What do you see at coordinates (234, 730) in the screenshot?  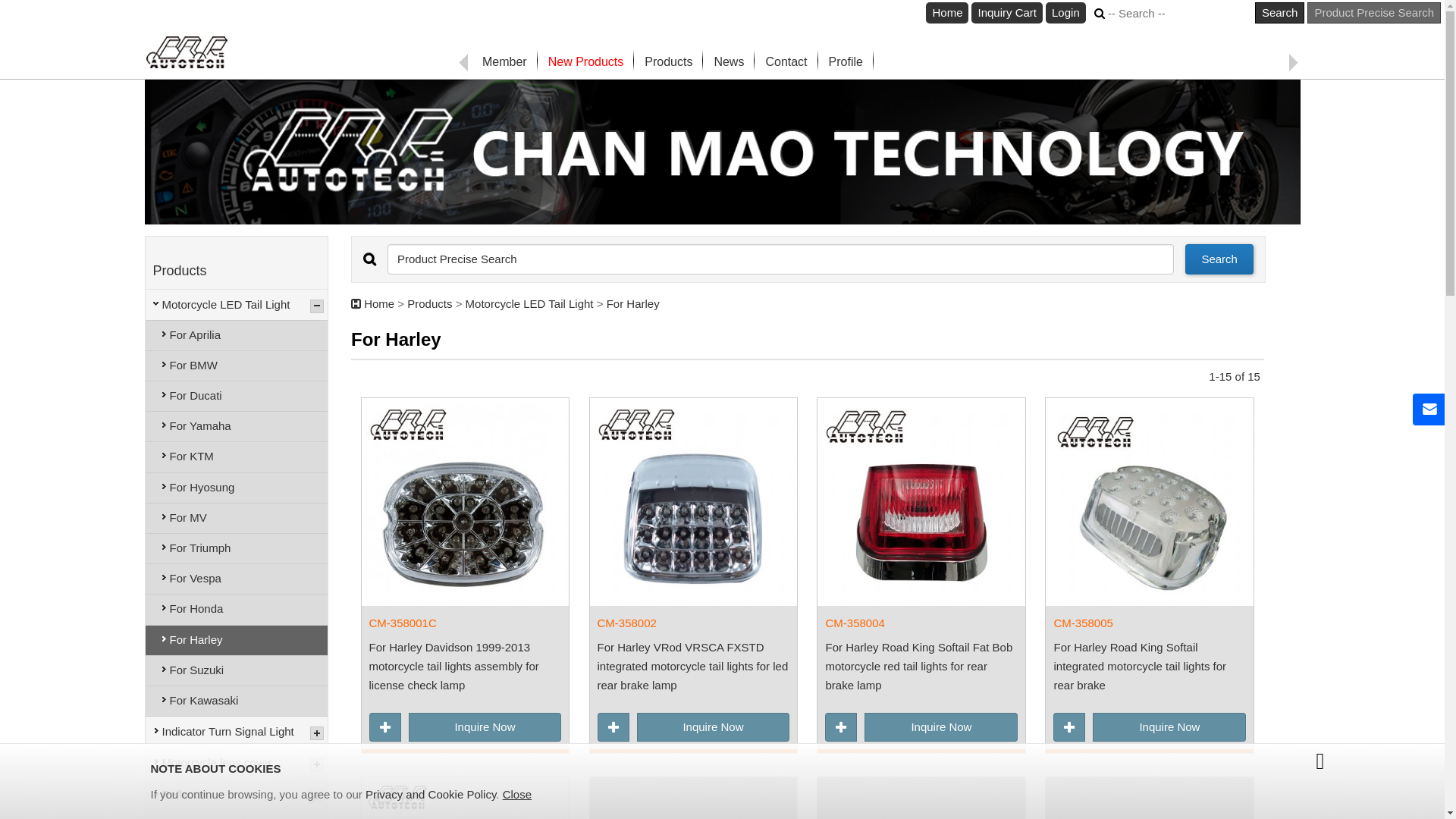 I see `'Indicator Turn Signal Light'` at bounding box center [234, 730].